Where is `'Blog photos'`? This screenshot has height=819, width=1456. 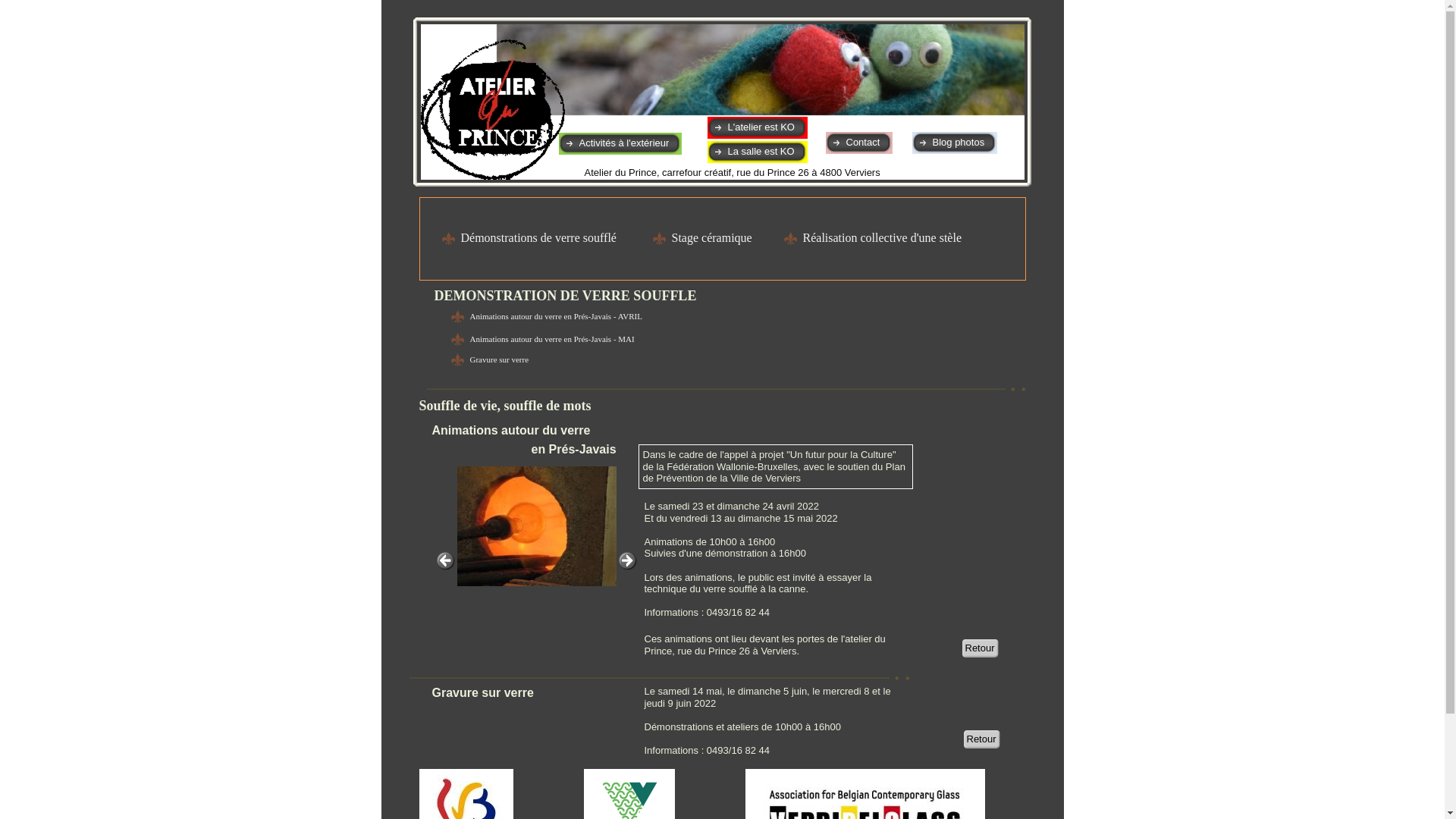 'Blog photos' is located at coordinates (958, 142).